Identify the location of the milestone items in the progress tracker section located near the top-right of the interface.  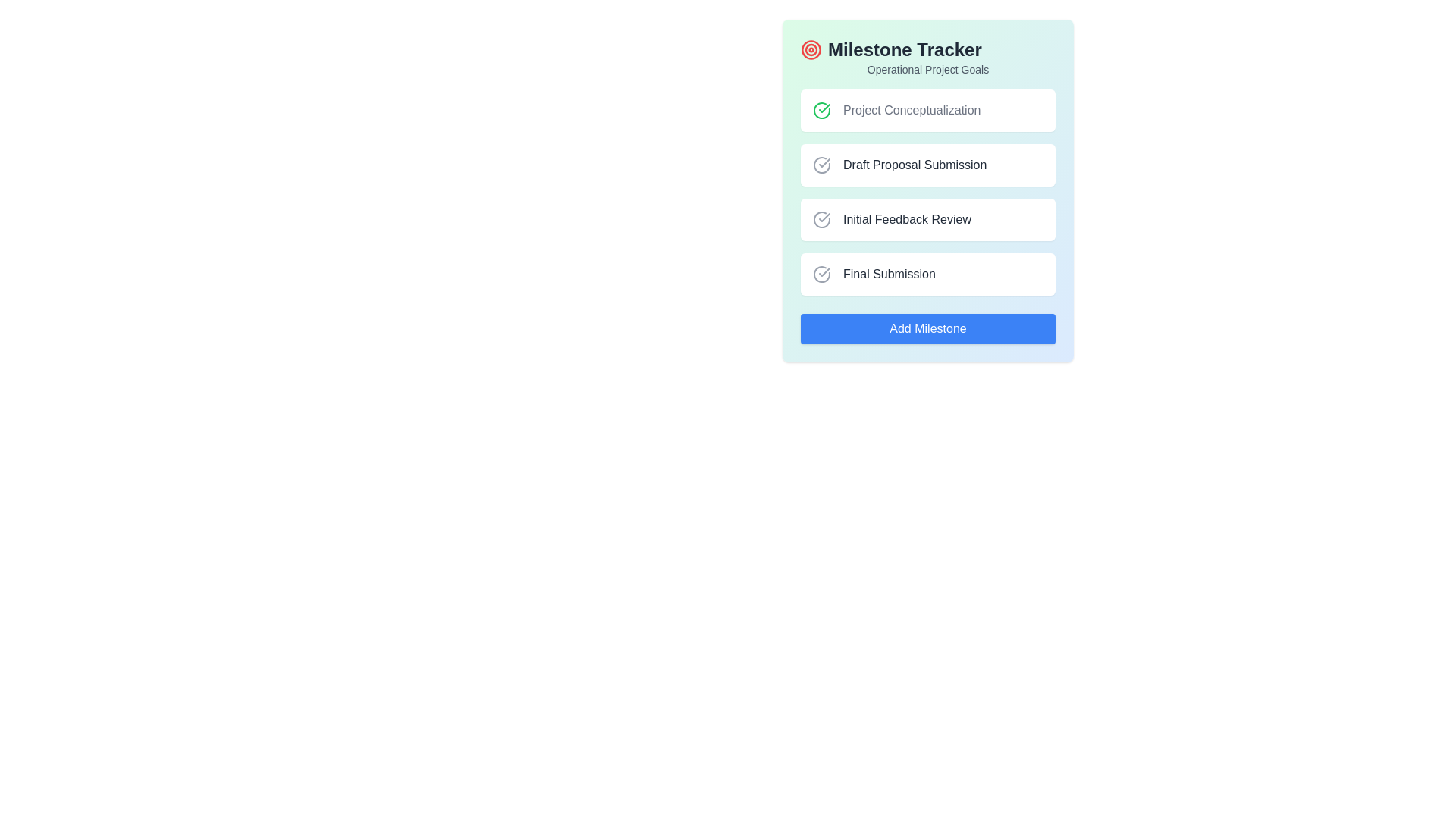
(927, 190).